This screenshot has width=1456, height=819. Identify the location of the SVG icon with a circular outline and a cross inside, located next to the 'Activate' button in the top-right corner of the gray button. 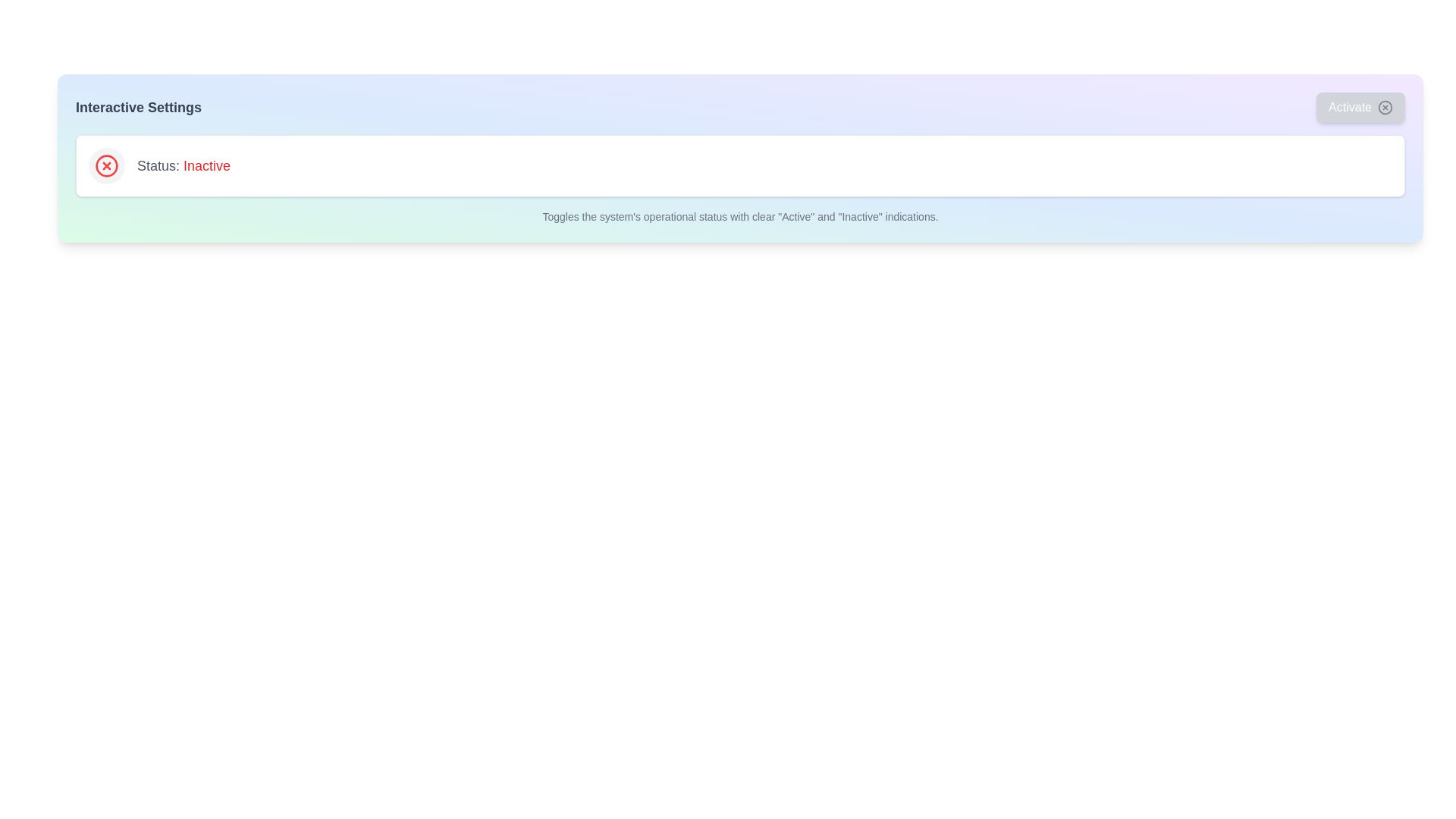
(1385, 107).